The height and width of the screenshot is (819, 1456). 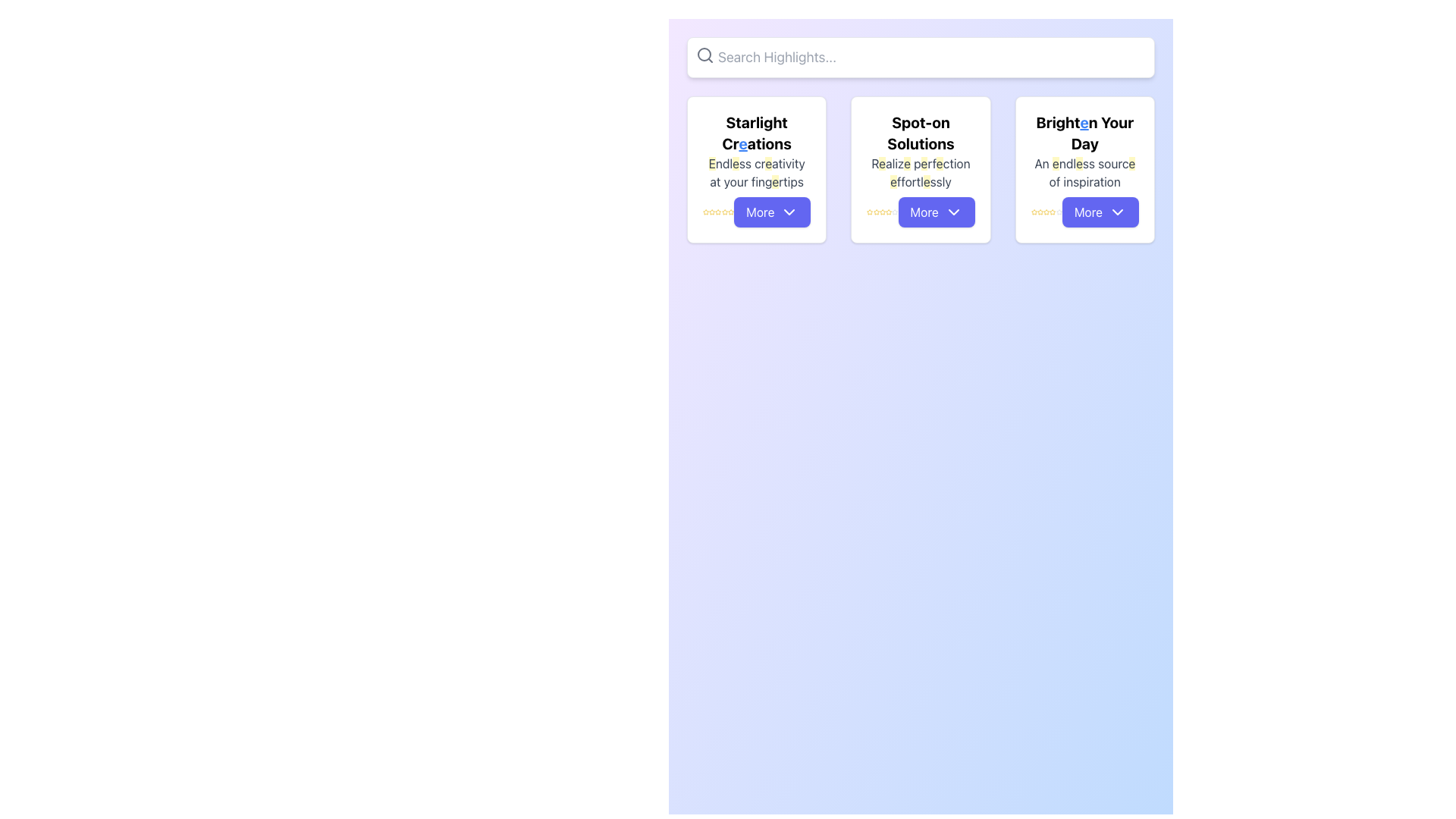 What do you see at coordinates (907, 164) in the screenshot?
I see `the fourth character in the text 'Realize perfection effortlessly' on the 'Spot-on Solutions' card, which is the second card in a set of three` at bounding box center [907, 164].